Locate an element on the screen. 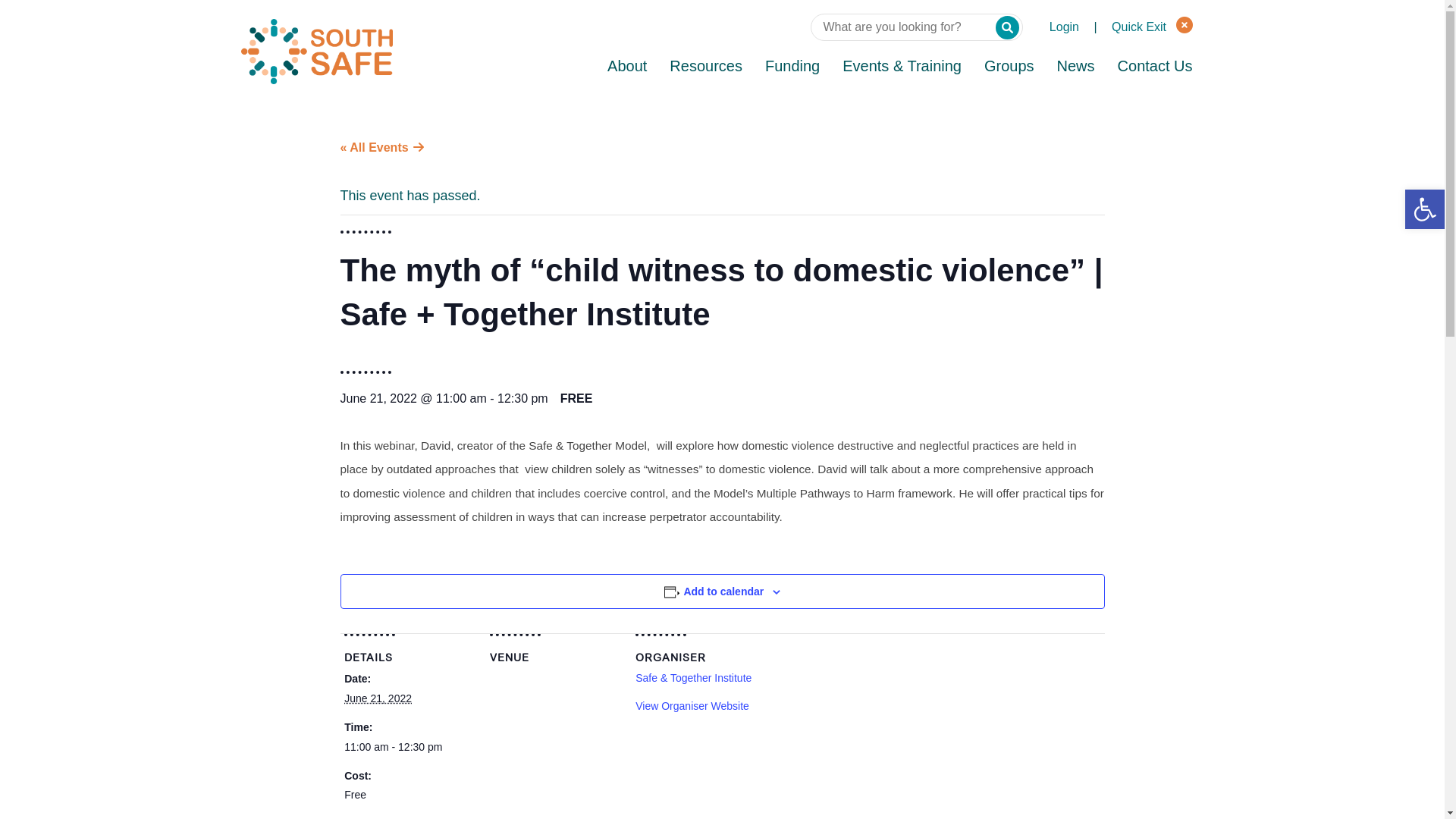  'News' is located at coordinates (1075, 66).